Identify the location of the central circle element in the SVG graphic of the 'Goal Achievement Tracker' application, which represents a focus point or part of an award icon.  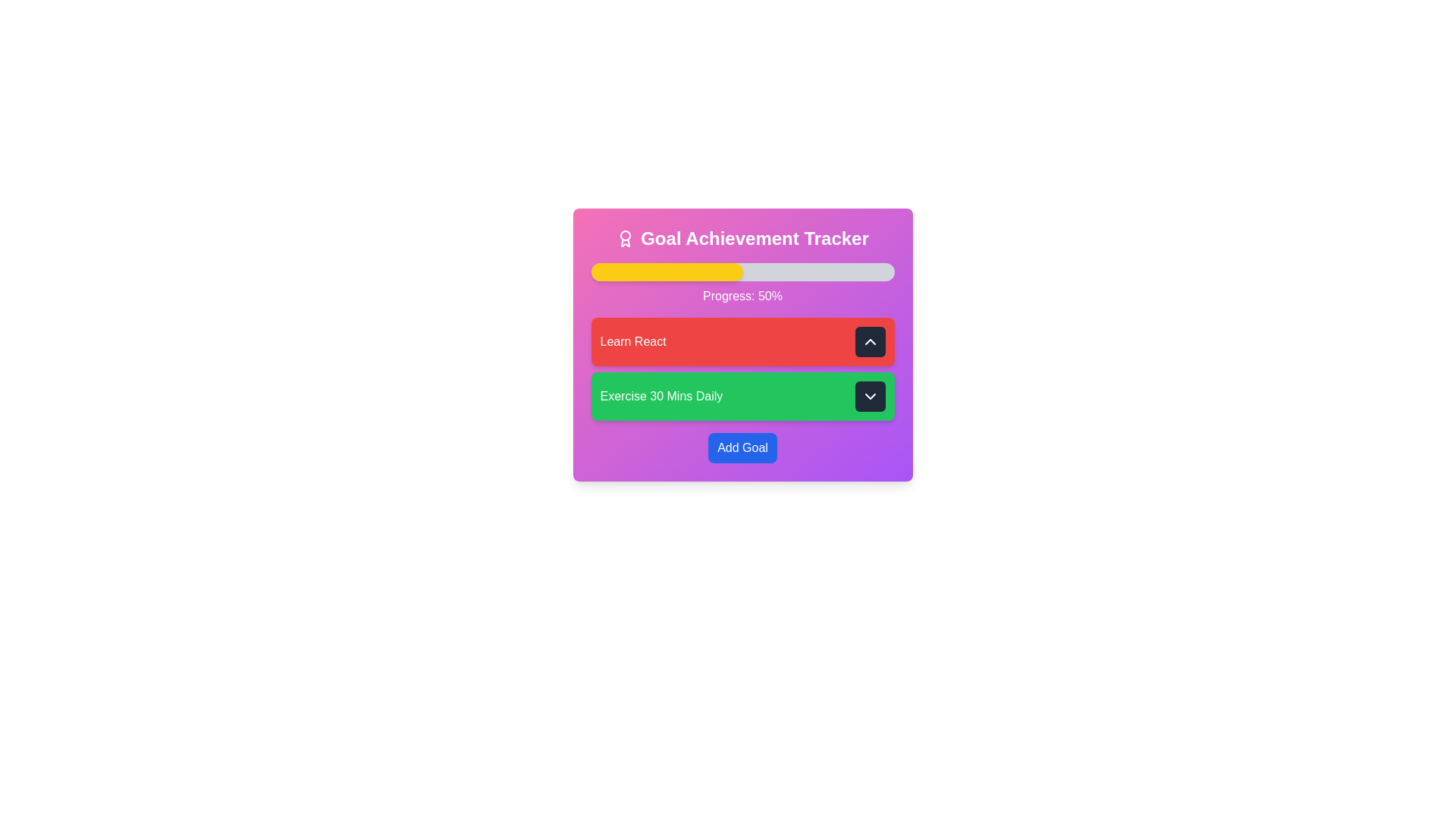
(626, 236).